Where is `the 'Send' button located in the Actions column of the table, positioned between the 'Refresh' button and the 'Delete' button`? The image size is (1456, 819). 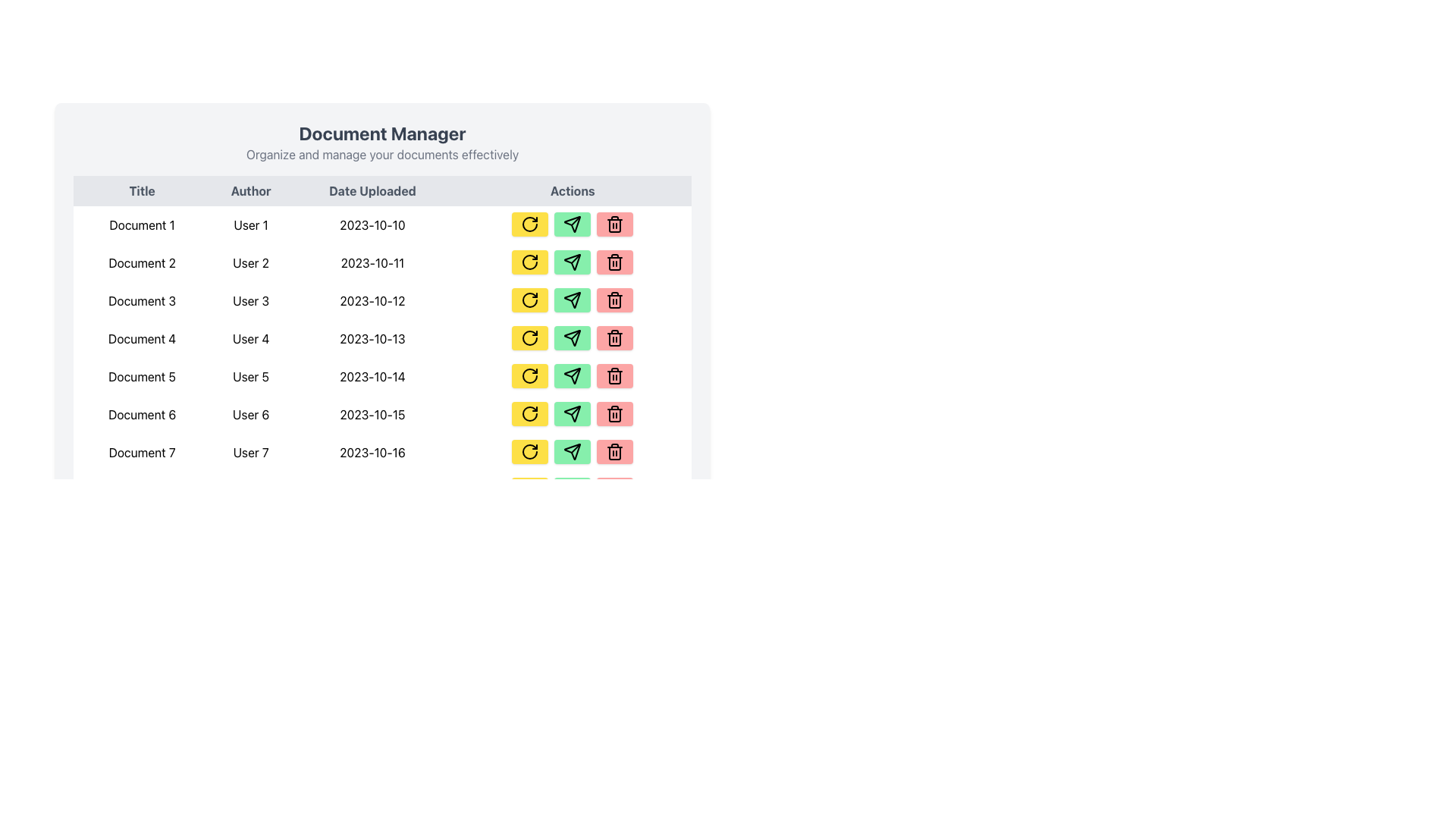 the 'Send' button located in the Actions column of the table, positioned between the 'Refresh' button and the 'Delete' button is located at coordinates (572, 602).